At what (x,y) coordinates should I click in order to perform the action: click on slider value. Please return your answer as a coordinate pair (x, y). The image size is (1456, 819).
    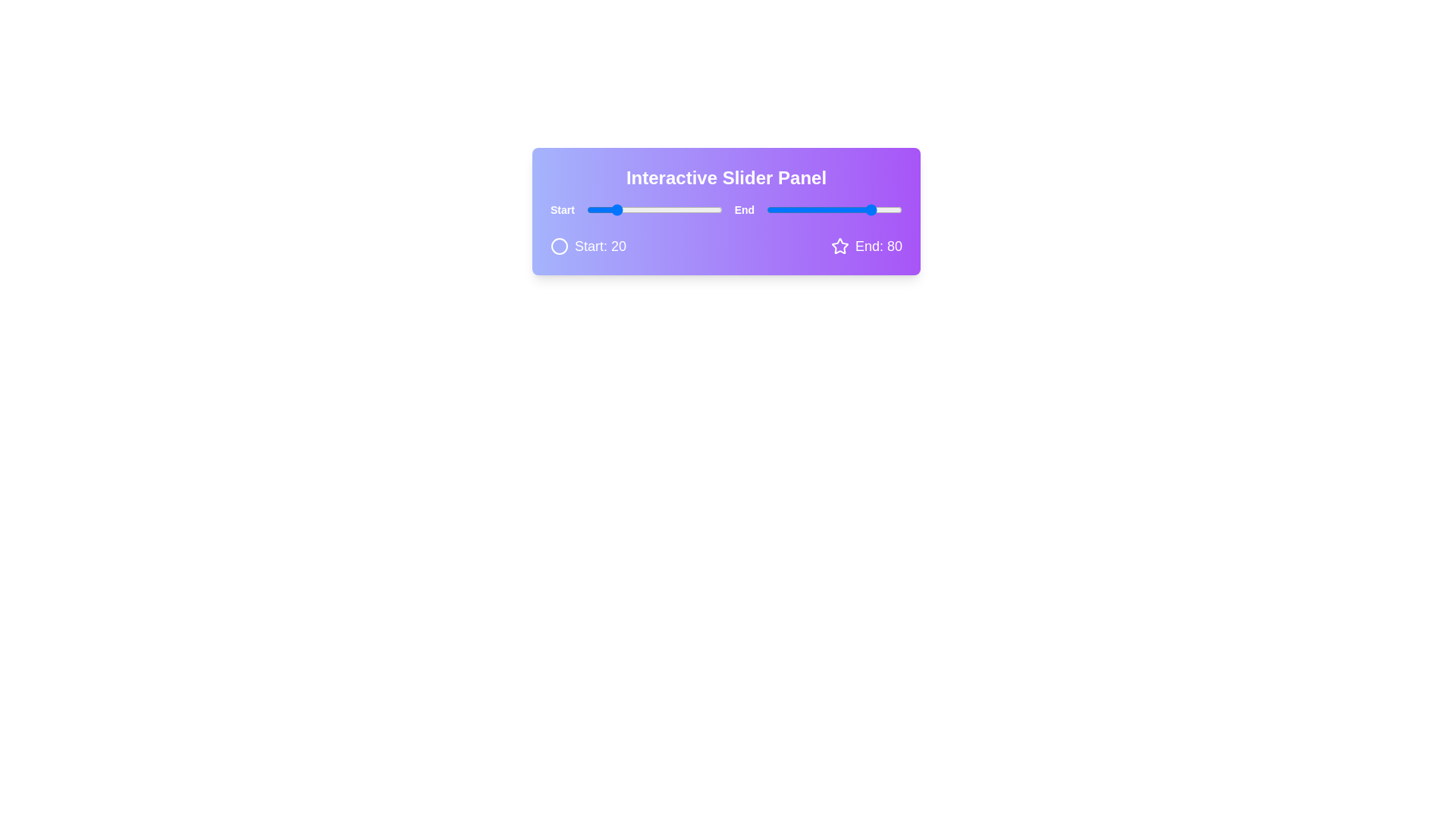
    Looking at the image, I should click on (660, 210).